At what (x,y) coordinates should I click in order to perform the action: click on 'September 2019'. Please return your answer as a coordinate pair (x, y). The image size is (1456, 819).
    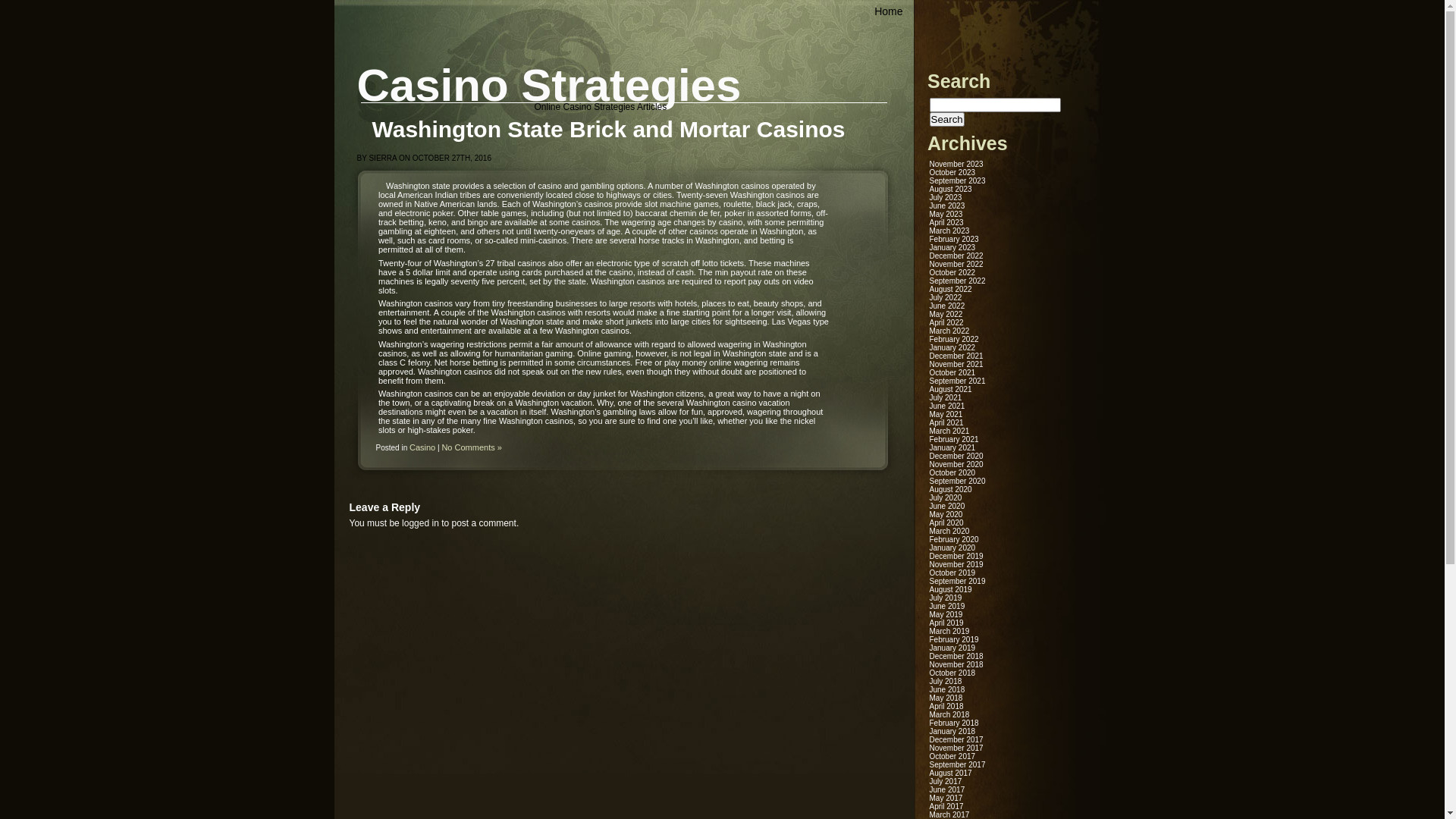
    Looking at the image, I should click on (956, 580).